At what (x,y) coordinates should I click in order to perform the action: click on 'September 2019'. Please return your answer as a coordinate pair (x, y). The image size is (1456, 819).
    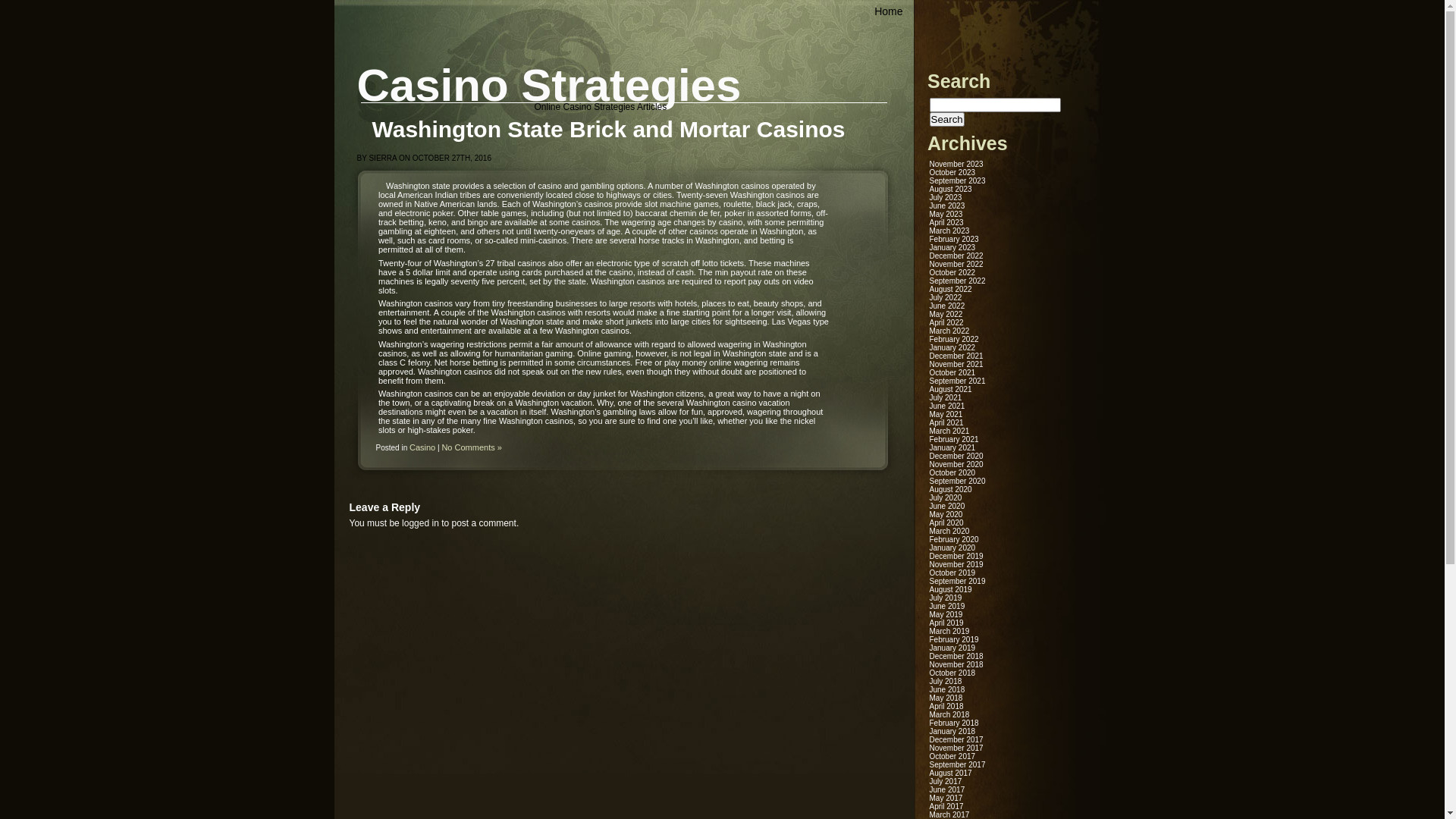
    Looking at the image, I should click on (956, 580).